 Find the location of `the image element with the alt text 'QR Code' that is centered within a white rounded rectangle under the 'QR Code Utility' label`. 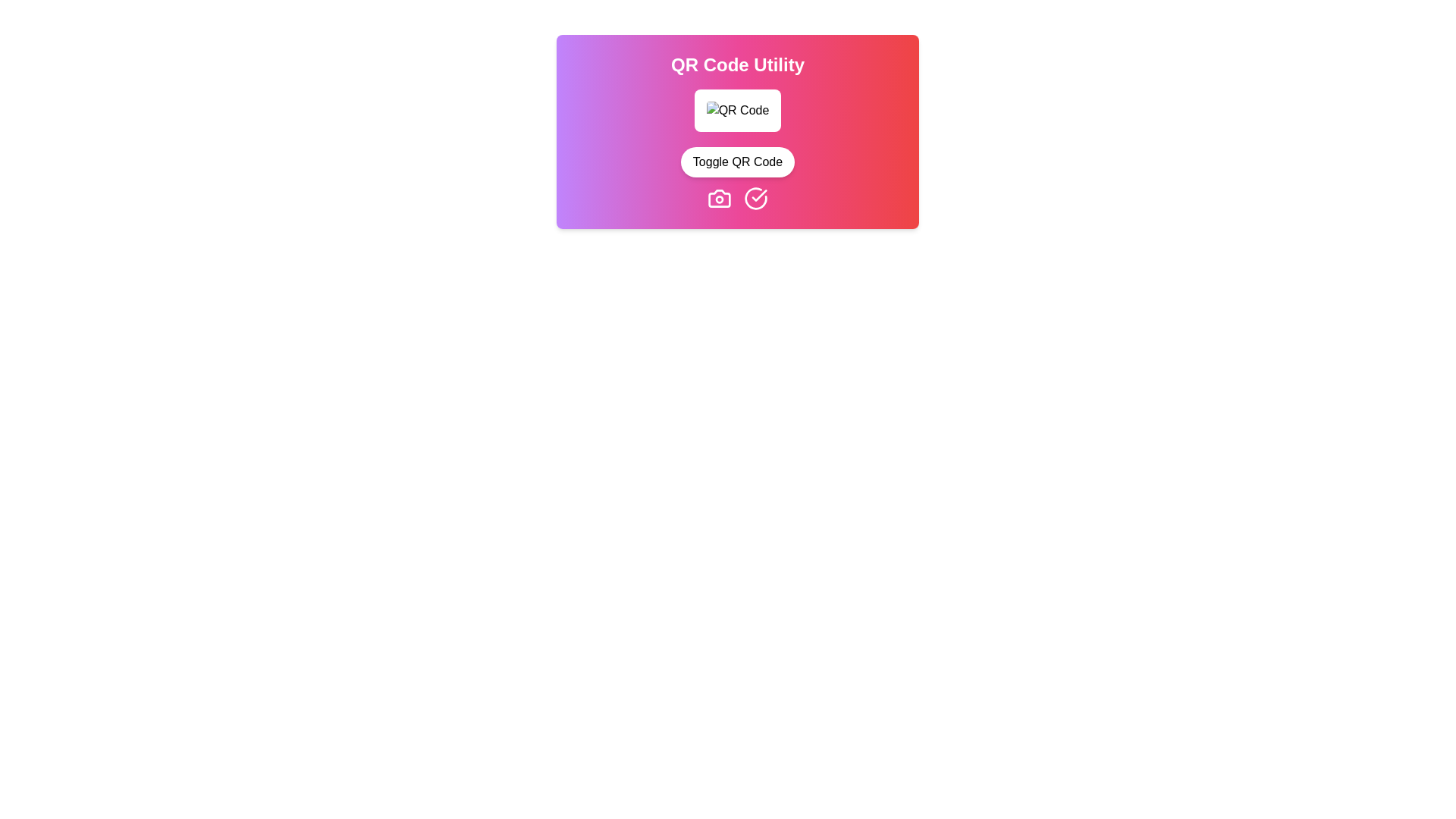

the image element with the alt text 'QR Code' that is centered within a white rounded rectangle under the 'QR Code Utility' label is located at coordinates (738, 110).